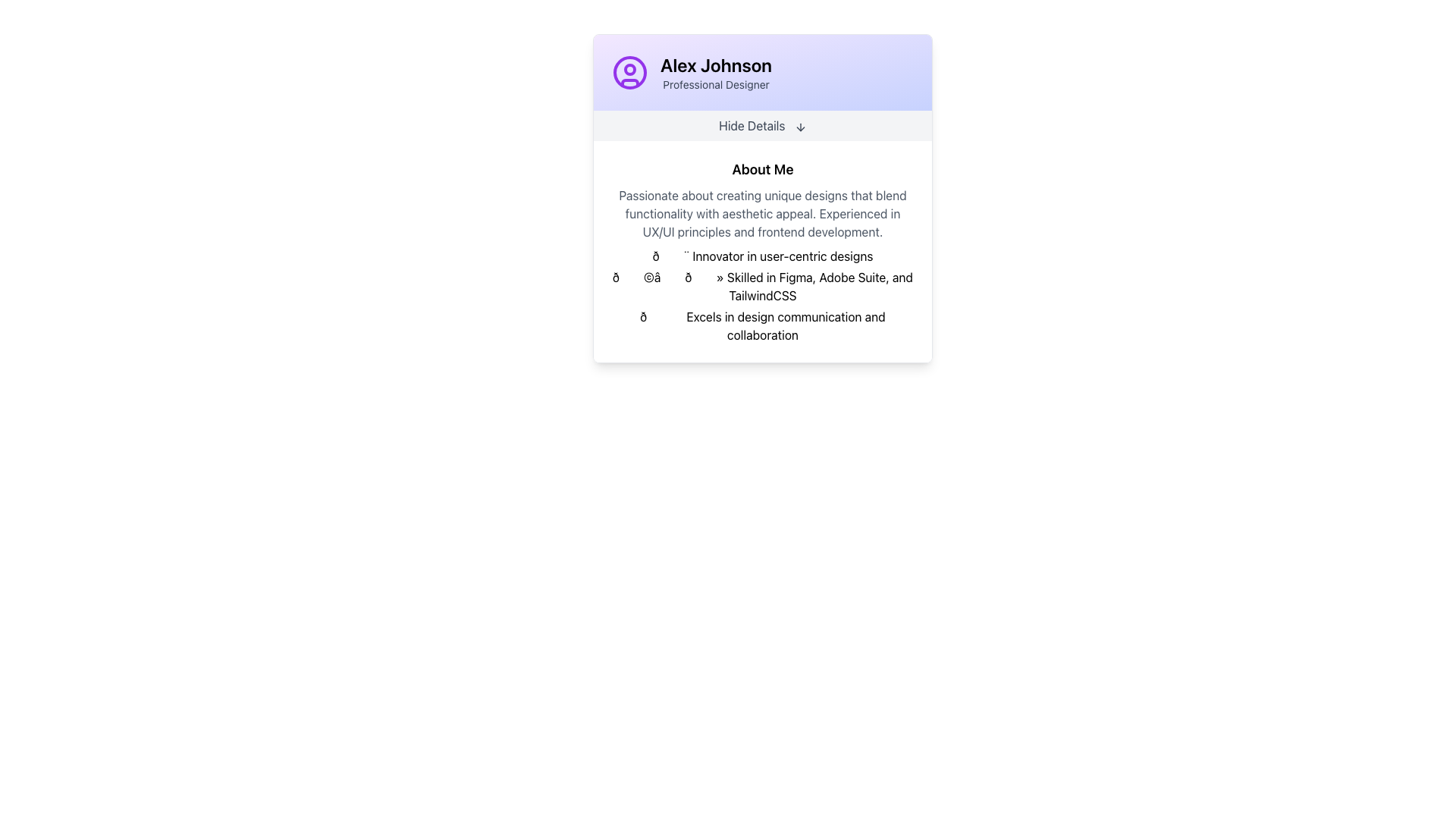  Describe the element at coordinates (715, 84) in the screenshot. I see `the text element that displays 'Professional Designer', which is styled in a smaller gray font and positioned directly below 'Alex Johnson' in the profile card layout` at that location.